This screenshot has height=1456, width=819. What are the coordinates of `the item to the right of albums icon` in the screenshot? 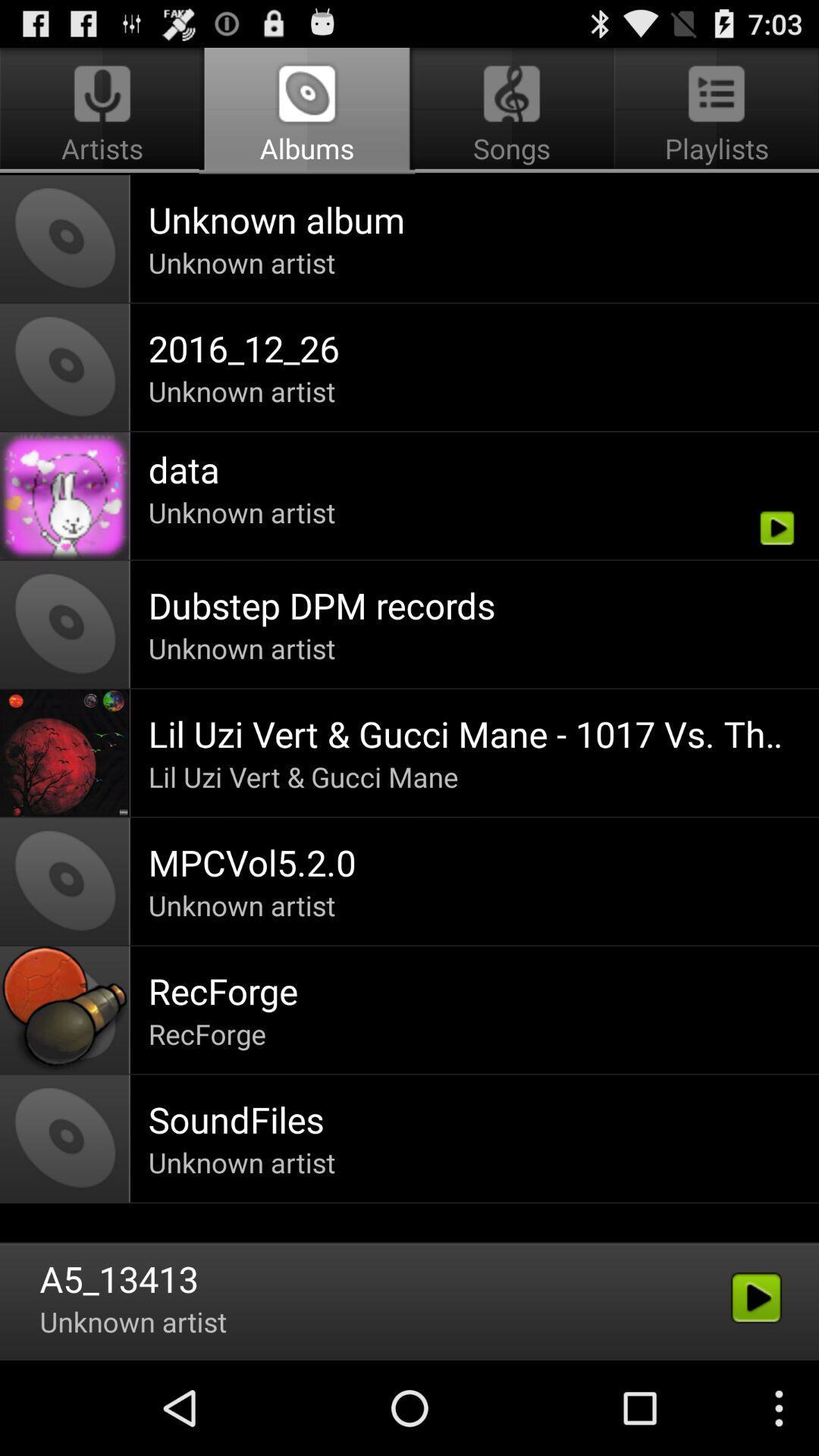 It's located at (714, 111).